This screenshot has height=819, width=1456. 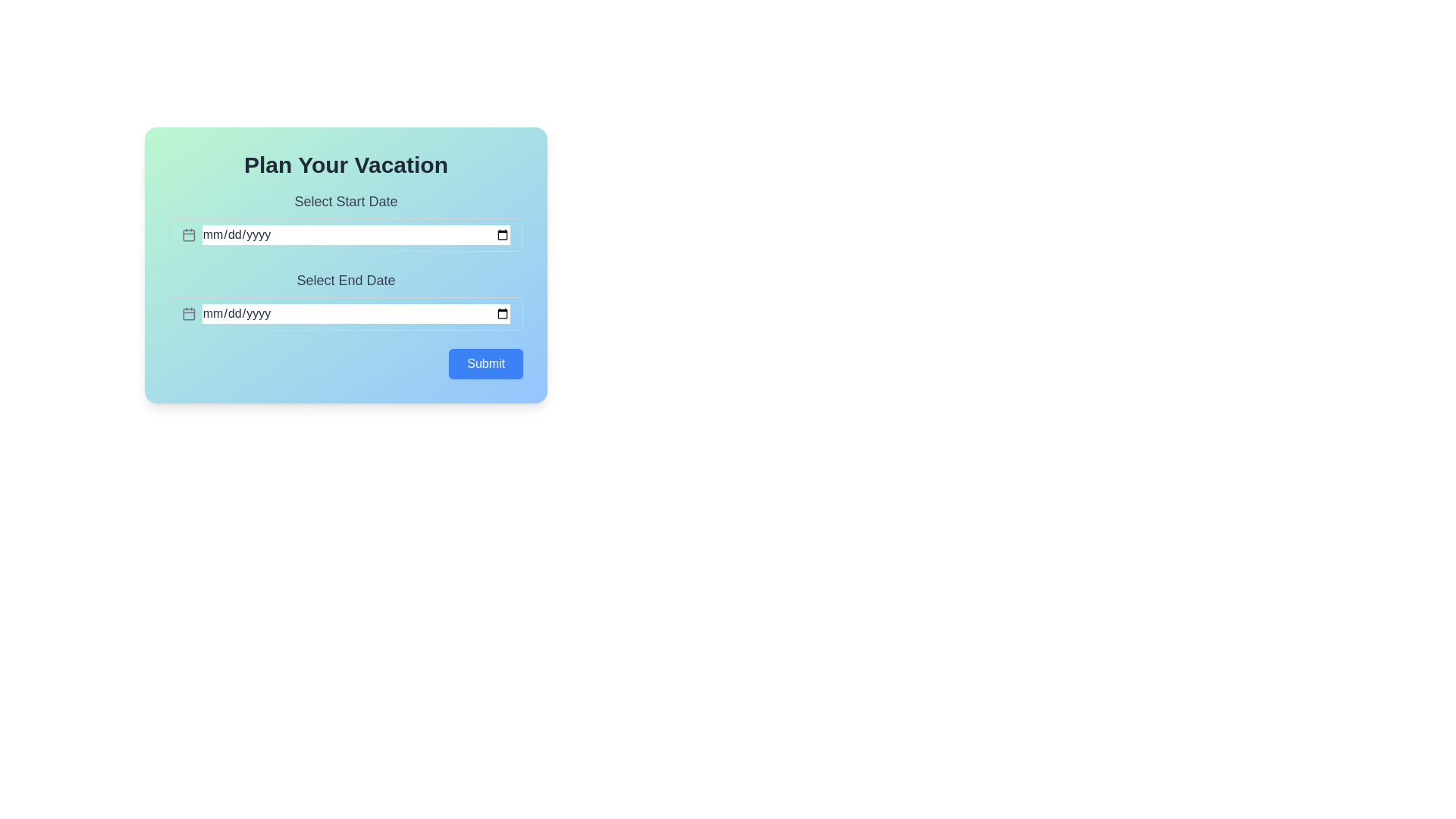 I want to click on the Date input field labeled 'Select Start Date', so click(x=345, y=221).